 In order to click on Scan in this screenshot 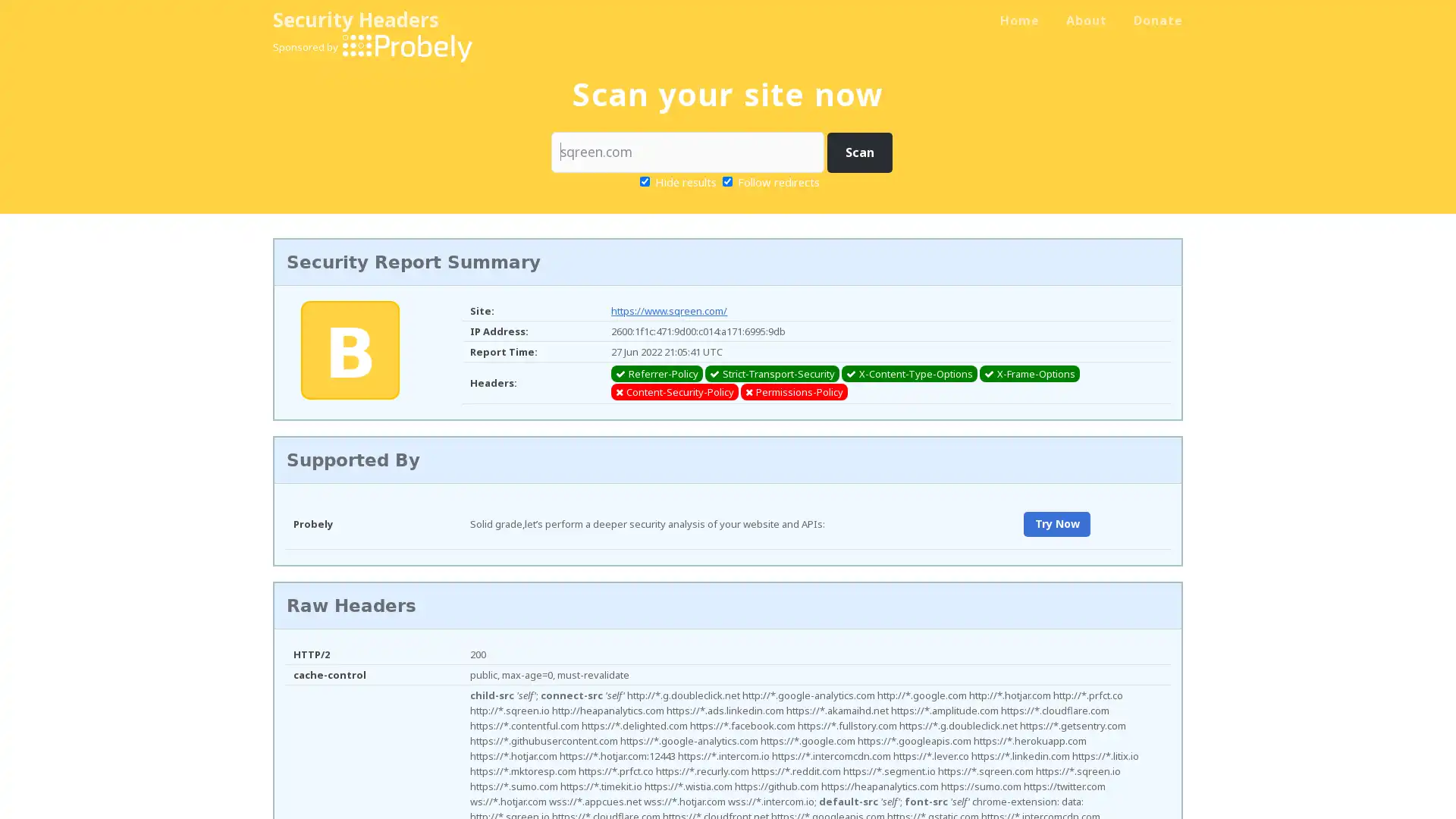, I will do `click(859, 152)`.